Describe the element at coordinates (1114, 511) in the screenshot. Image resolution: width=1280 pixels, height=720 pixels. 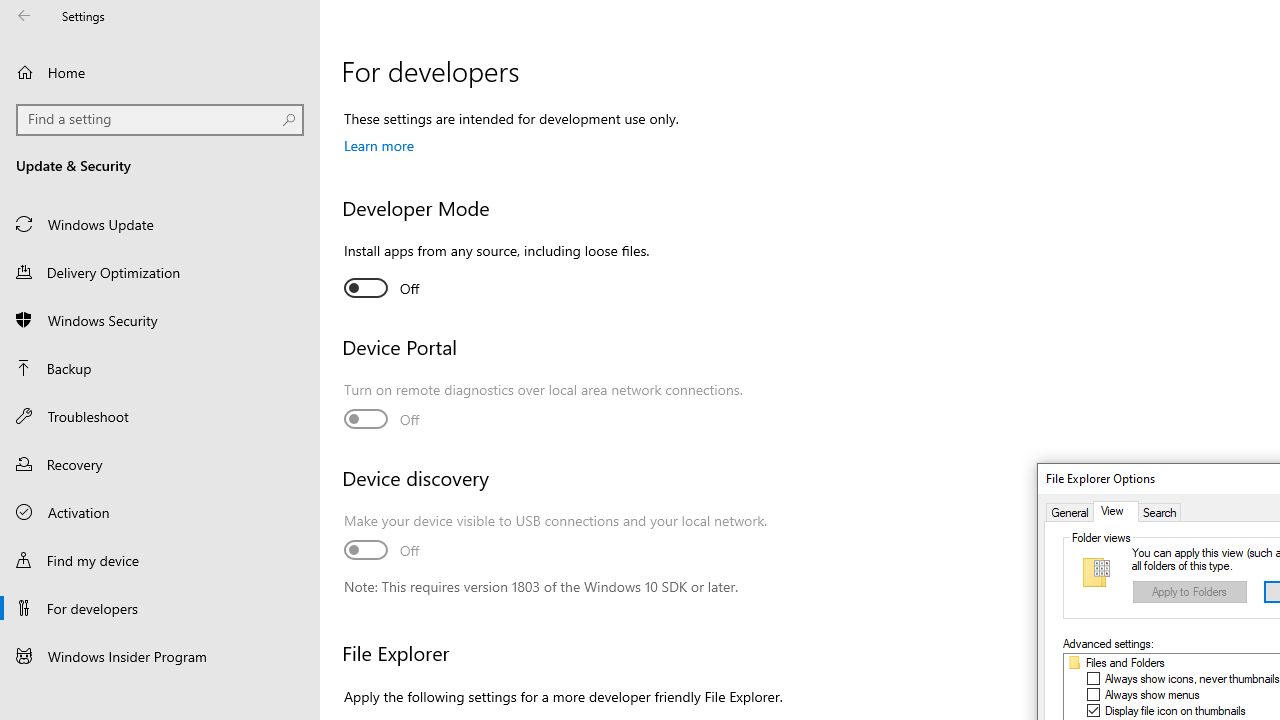
I see `'View'` at that location.